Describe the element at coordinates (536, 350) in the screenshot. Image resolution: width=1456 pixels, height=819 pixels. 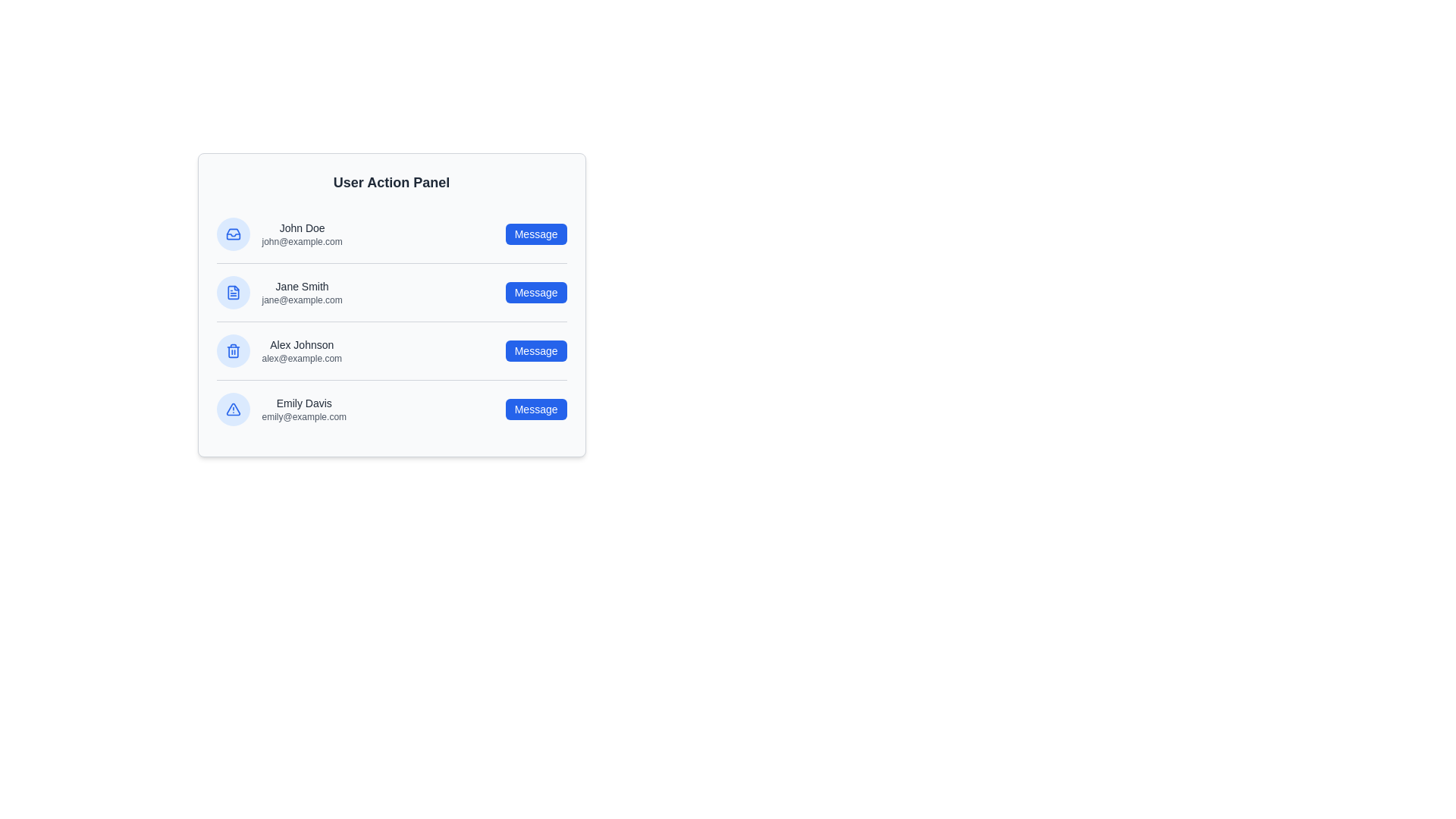
I see `'Message' button for the user identified by Alex Johnson` at that location.